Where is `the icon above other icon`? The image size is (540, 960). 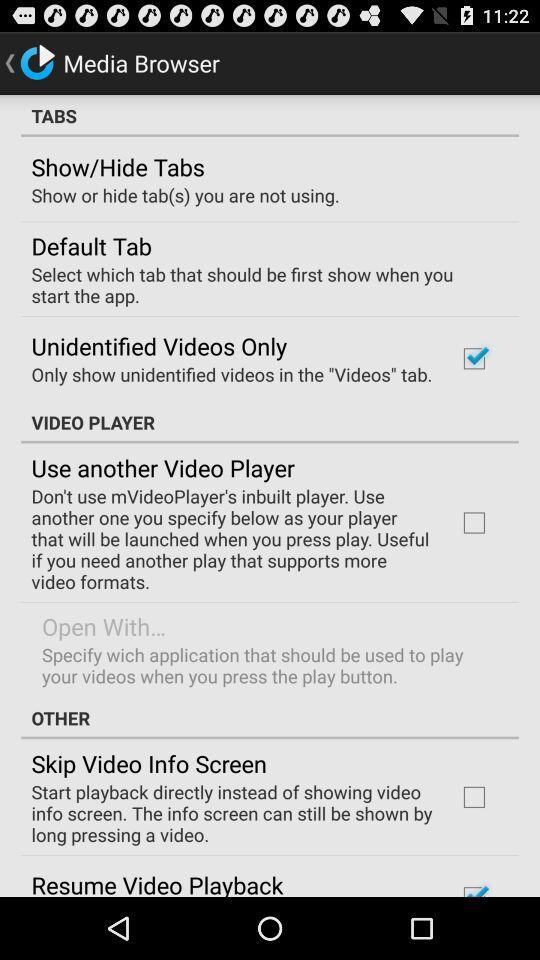 the icon above other icon is located at coordinates (268, 665).